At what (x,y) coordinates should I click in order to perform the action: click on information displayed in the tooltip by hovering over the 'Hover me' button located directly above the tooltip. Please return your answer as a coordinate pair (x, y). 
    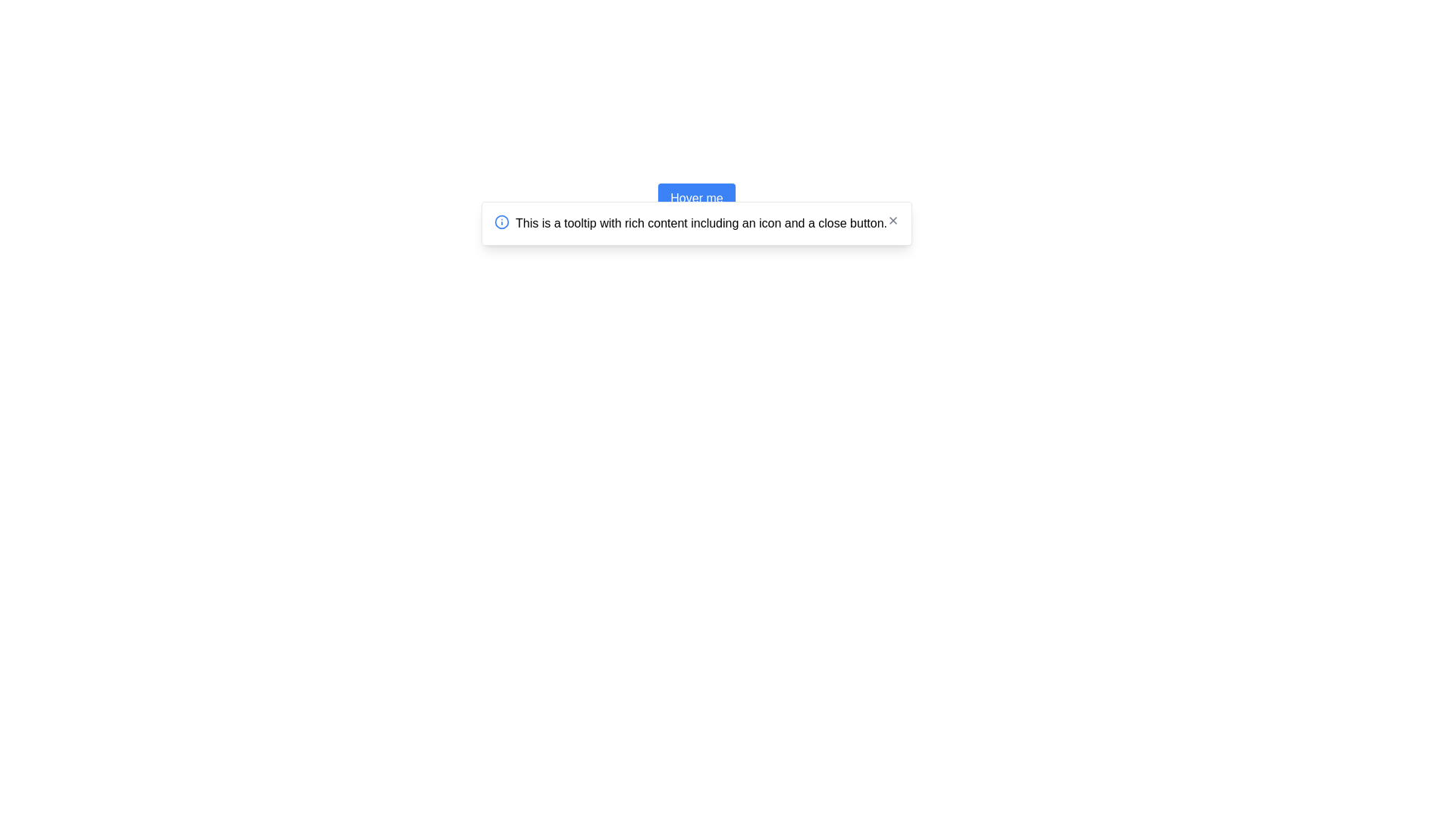
    Looking at the image, I should click on (695, 198).